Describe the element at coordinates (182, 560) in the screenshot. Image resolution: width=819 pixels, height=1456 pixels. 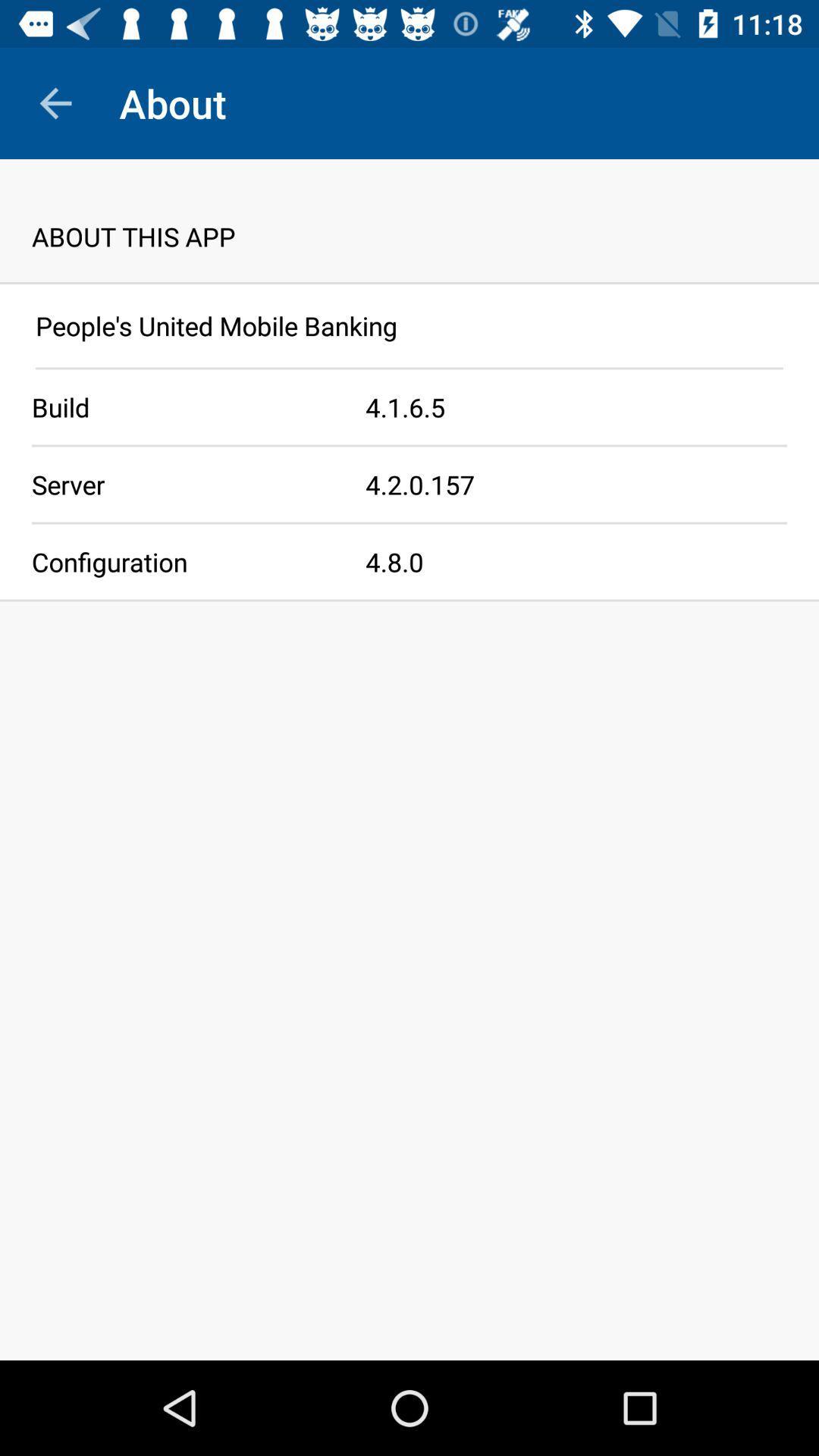
I see `the configuration item` at that location.